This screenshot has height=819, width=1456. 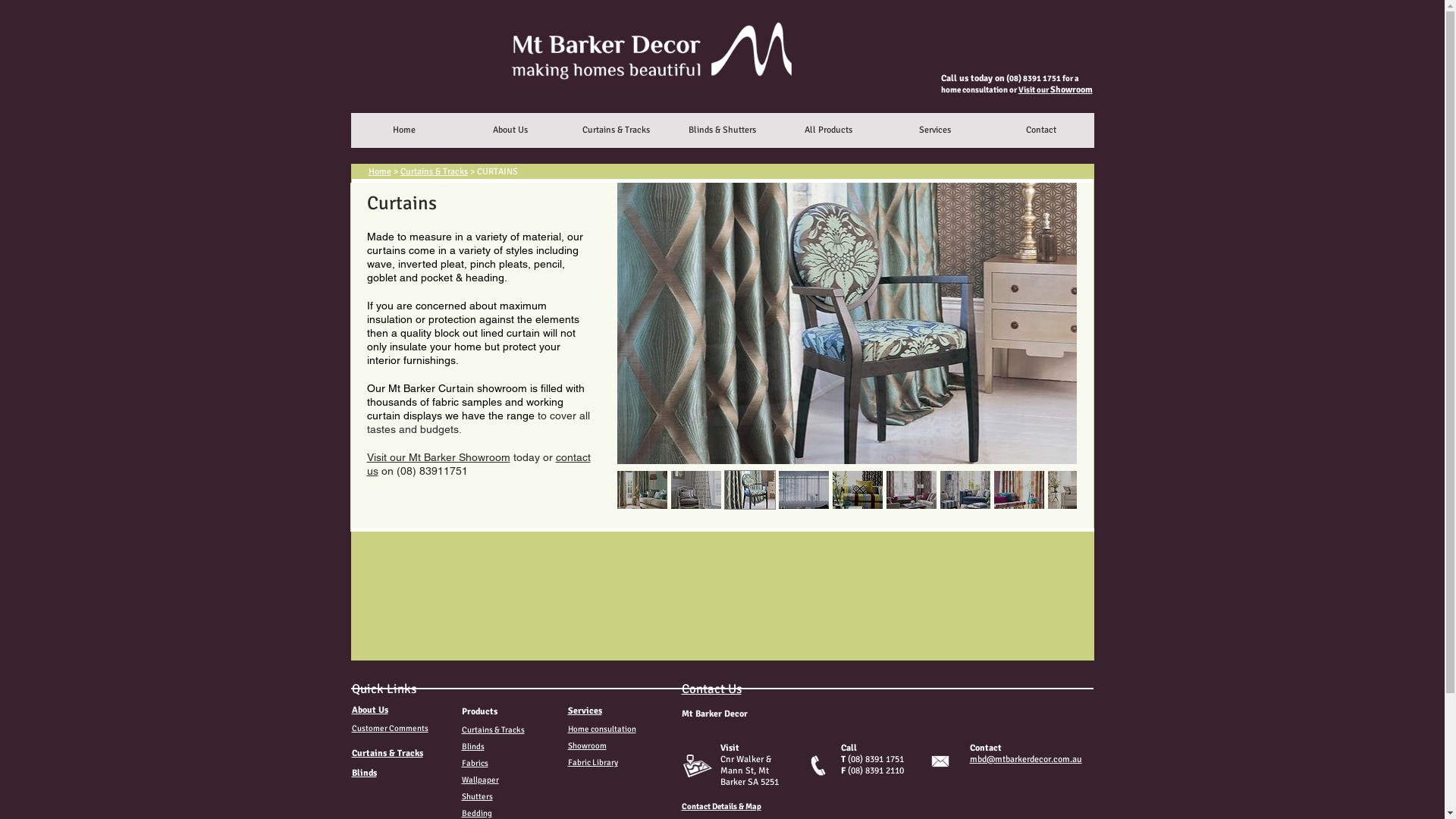 I want to click on 'Wallpaper', so click(x=479, y=780).